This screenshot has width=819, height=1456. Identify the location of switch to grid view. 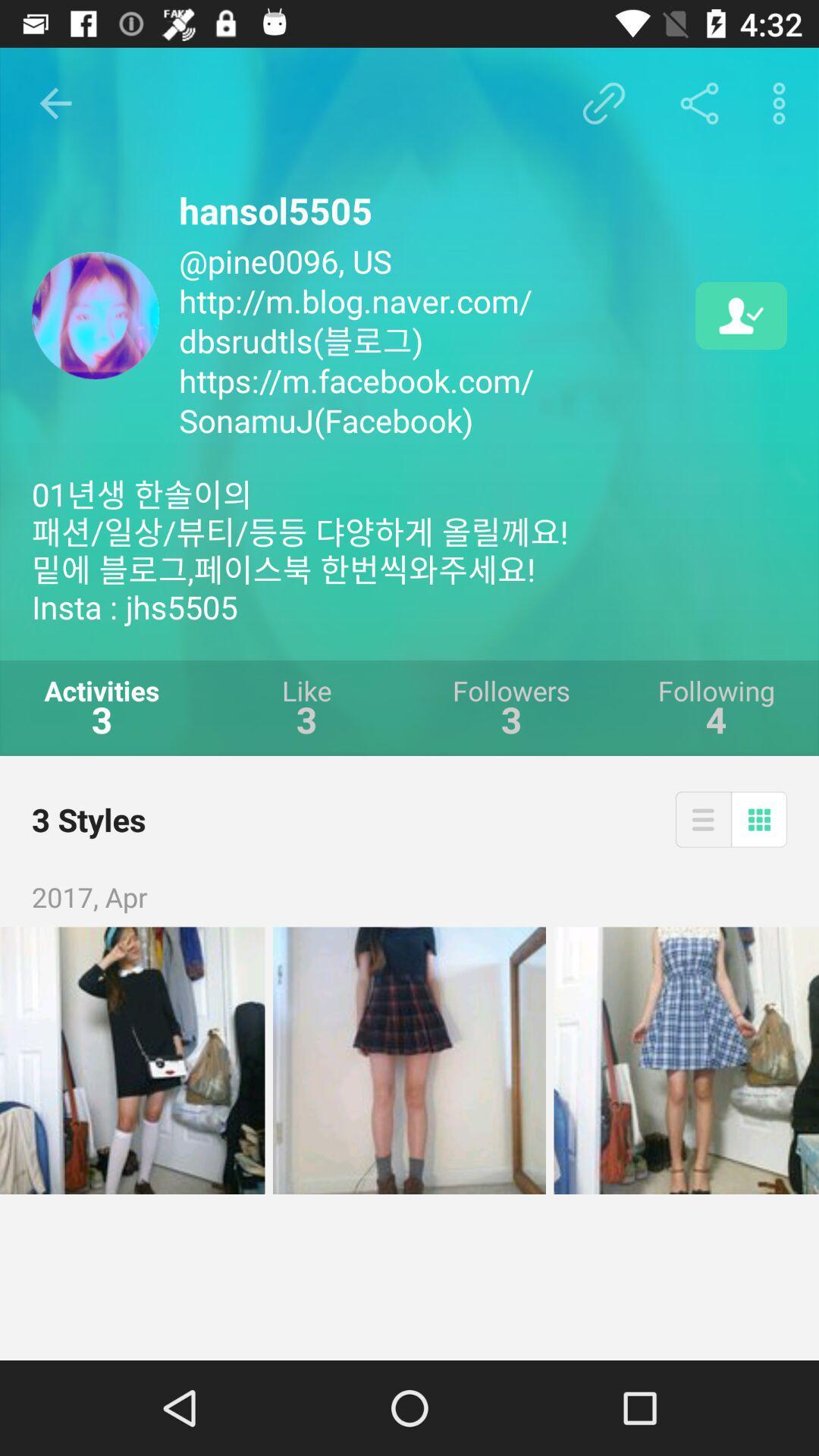
(759, 818).